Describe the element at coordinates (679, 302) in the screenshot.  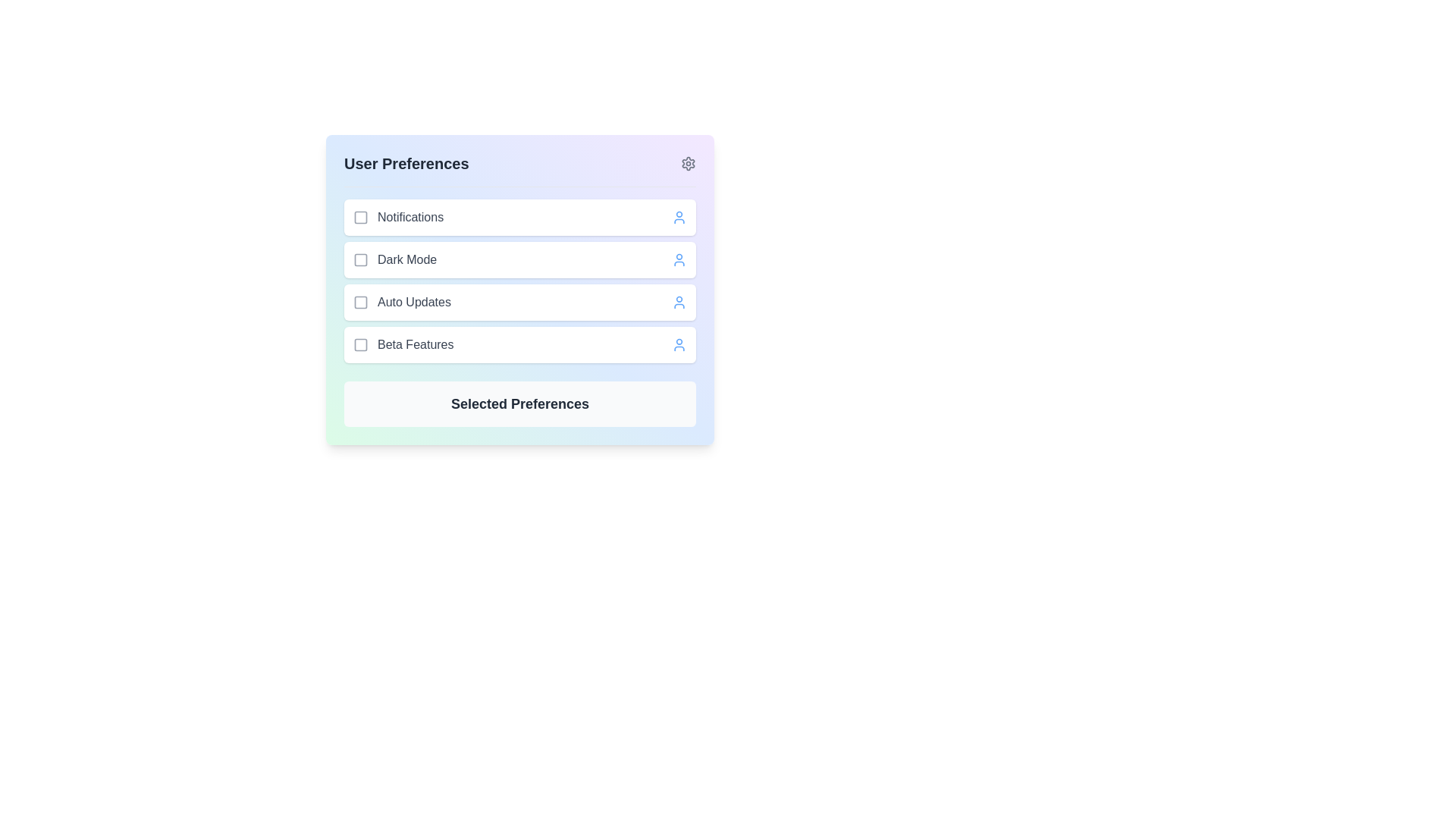
I see `the user silhouette icon styled in blue, located next to the 'Auto Updates' text` at that location.